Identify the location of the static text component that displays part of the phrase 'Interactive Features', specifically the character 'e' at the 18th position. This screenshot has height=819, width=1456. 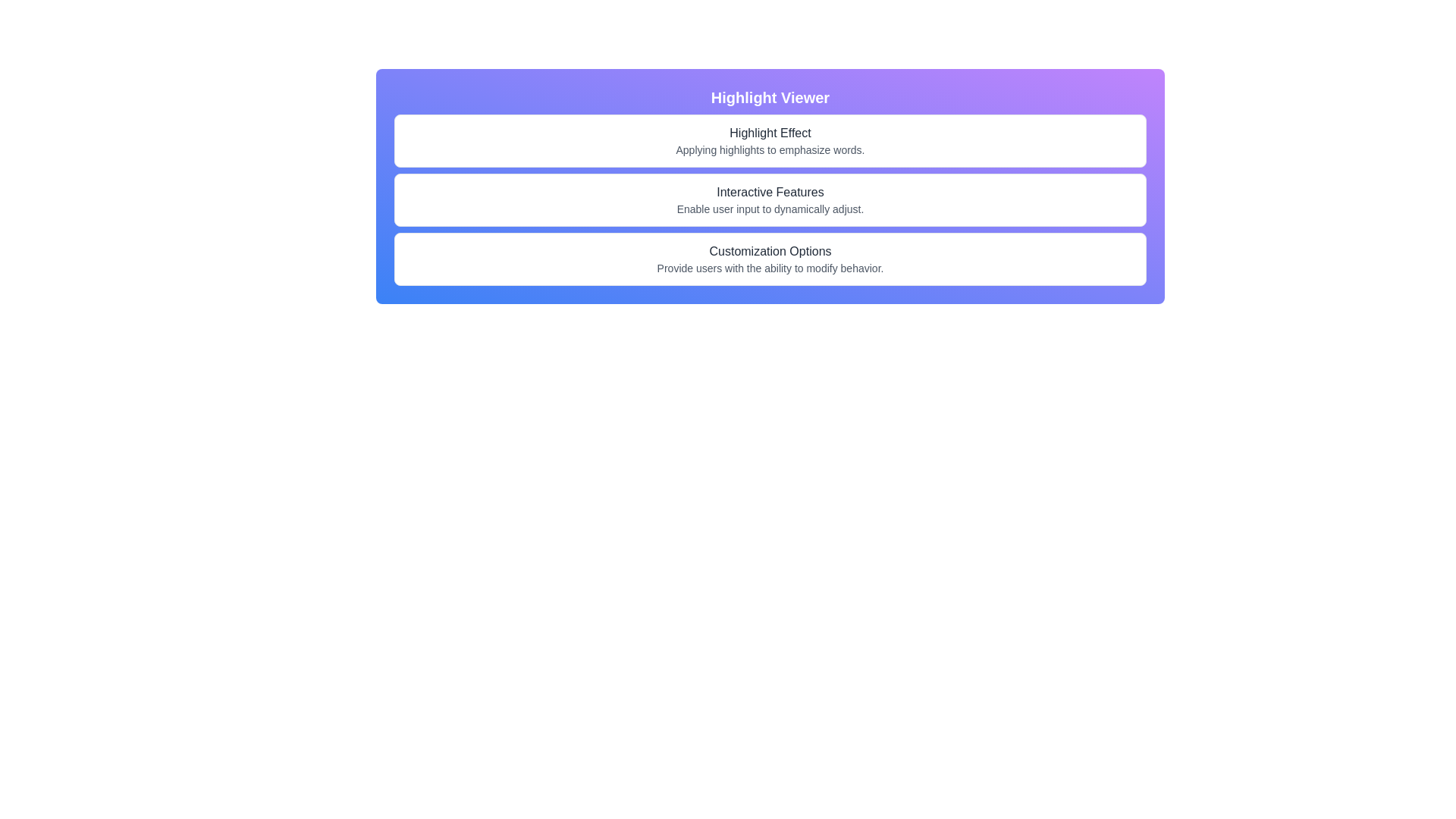
(814, 191).